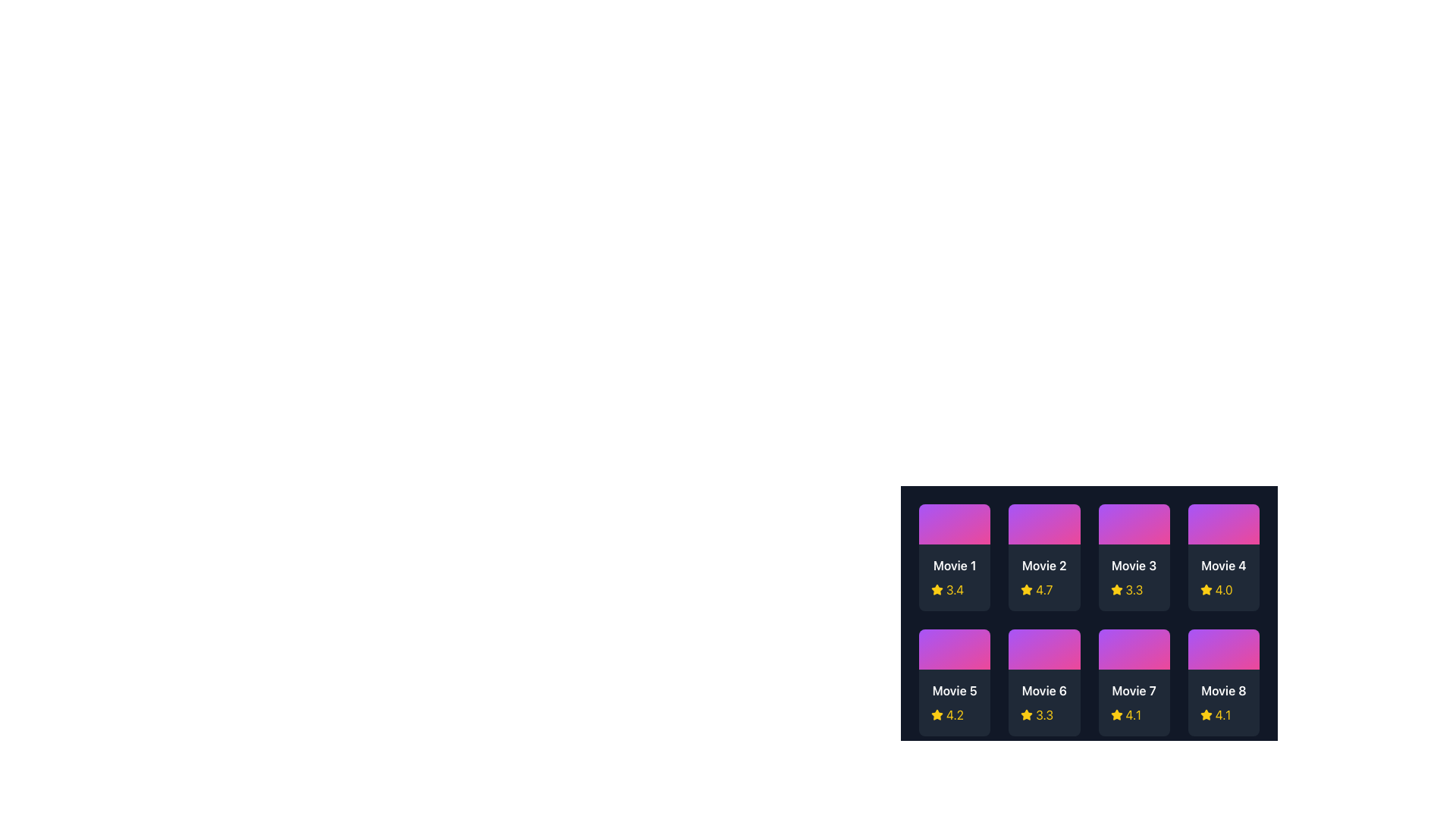 The width and height of the screenshot is (1456, 819). I want to click on the graphical thumbnail representing 'Movie 3', located in the third column of the first row in the grid layout of movie cards, so click(1134, 523).